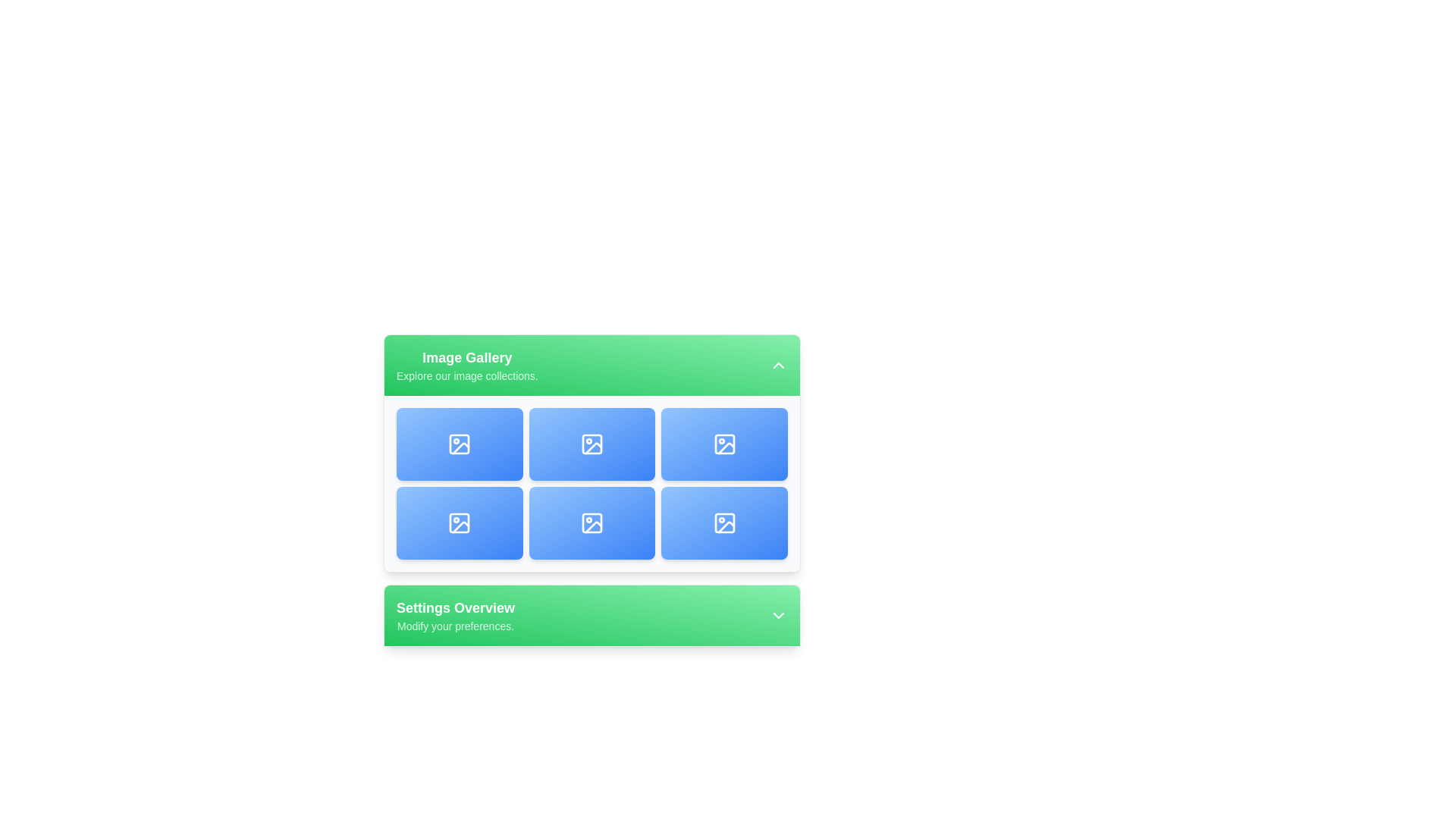 The width and height of the screenshot is (1456, 819). What do you see at coordinates (591, 522) in the screenshot?
I see `the rectangular button with a gradient from blue to brighter blue, featuring a white icon of an image with circular detail, located` at bounding box center [591, 522].